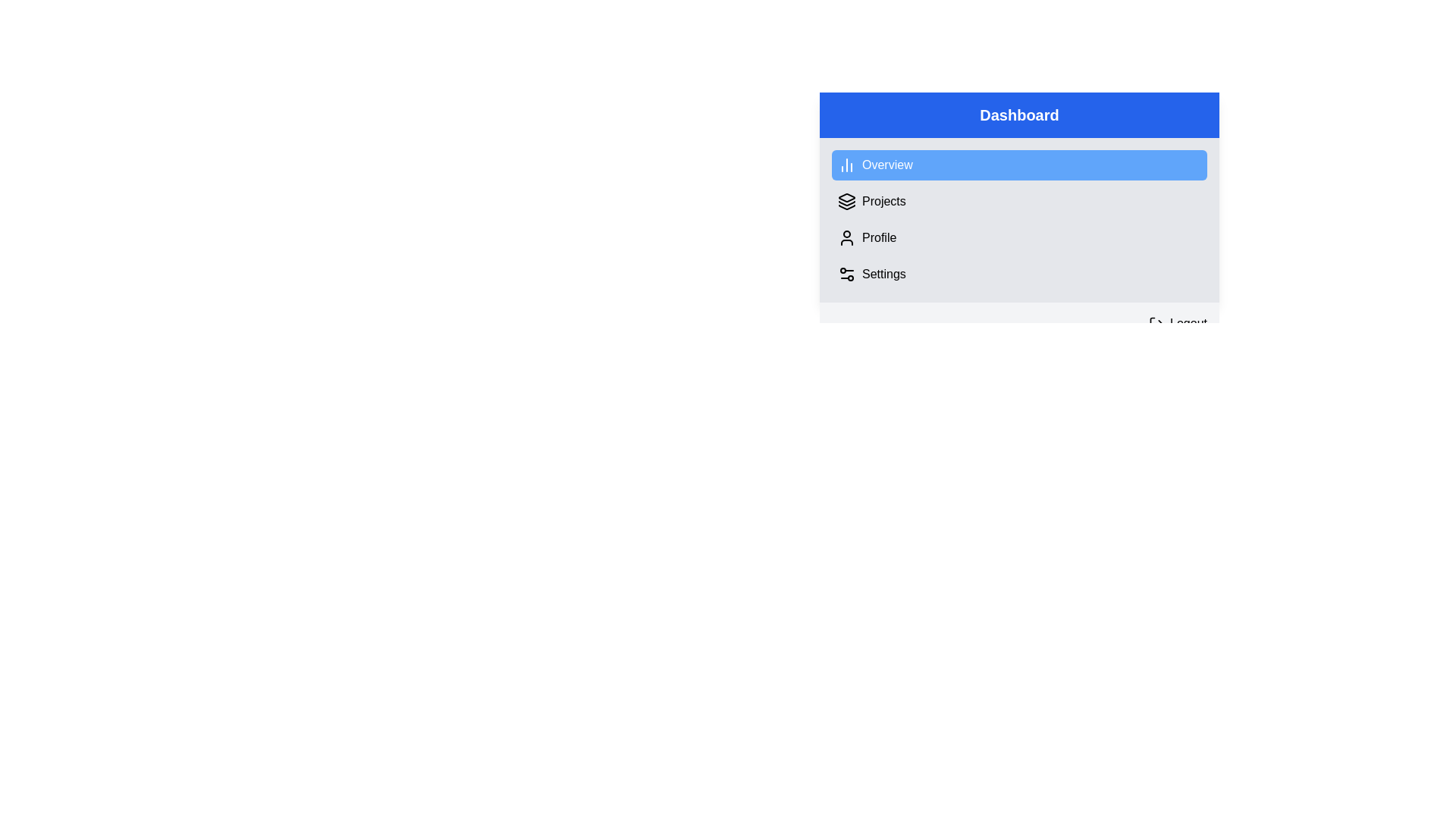  Describe the element at coordinates (883, 201) in the screenshot. I see `the second Text Label in the left-side menu, which is positioned below the 'Overview' item and above the 'Profile' and 'Settings' items` at that location.